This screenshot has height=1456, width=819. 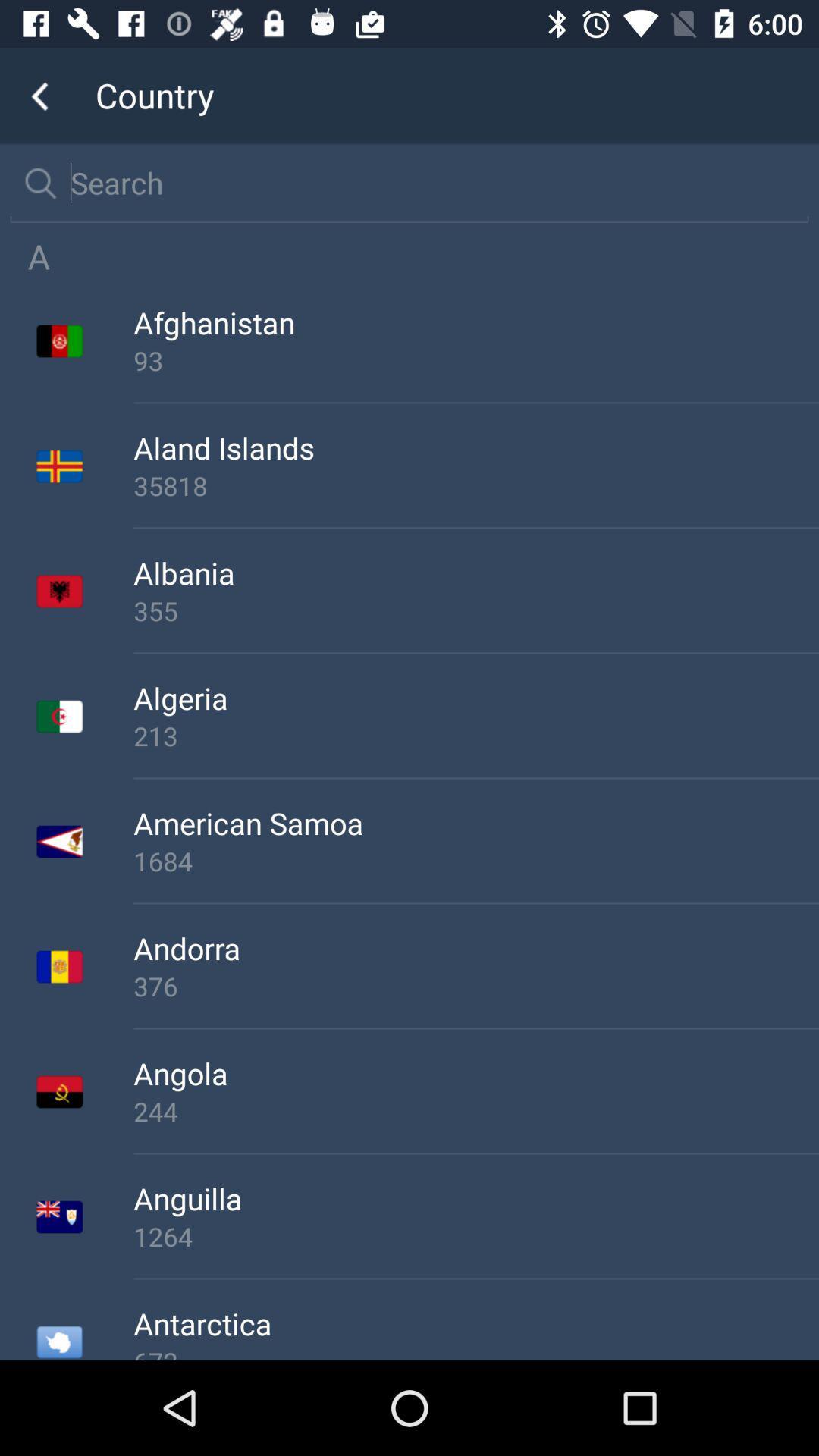 What do you see at coordinates (475, 572) in the screenshot?
I see `the albania icon` at bounding box center [475, 572].